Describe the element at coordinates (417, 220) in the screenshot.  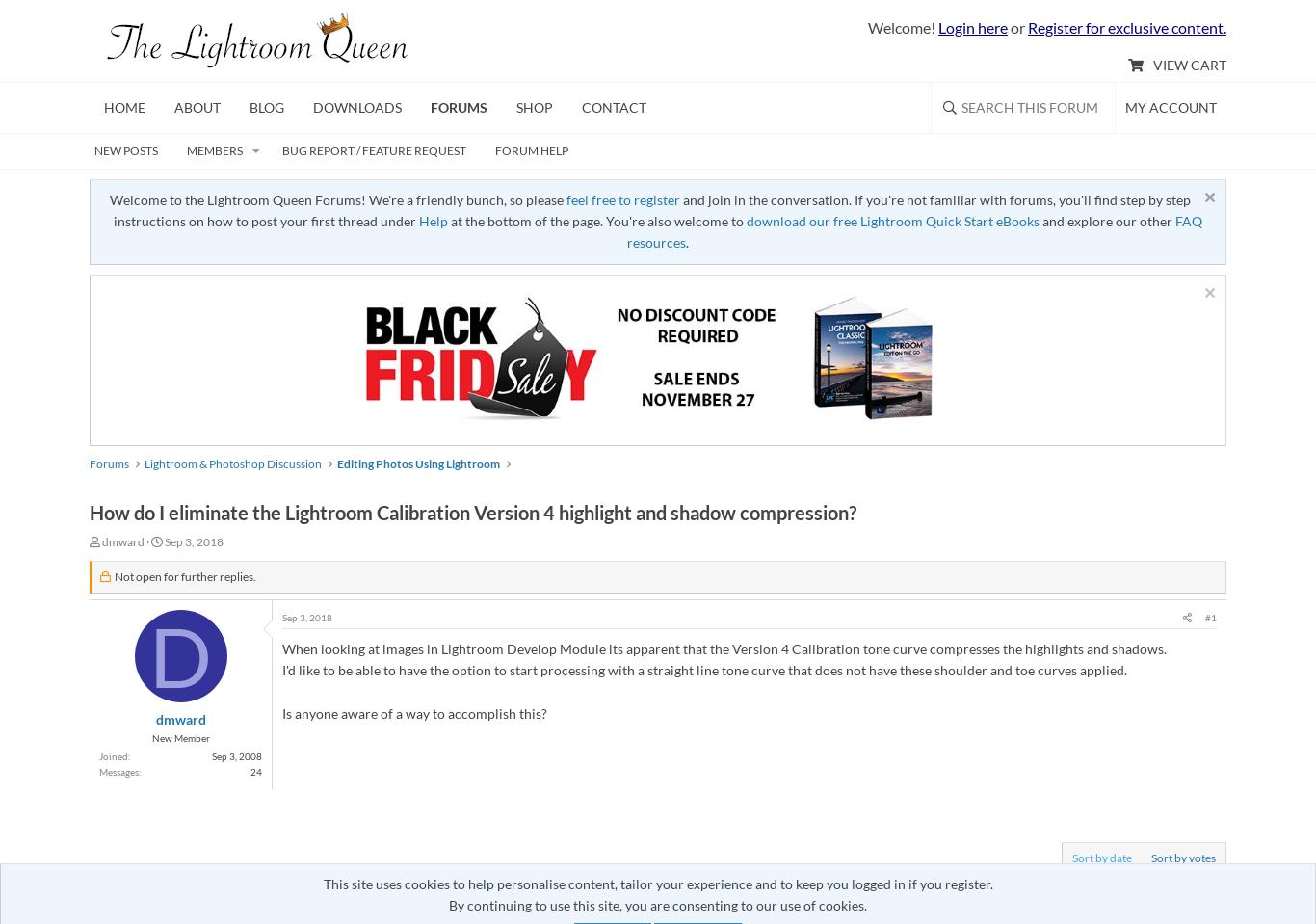
I see `'Help'` at that location.